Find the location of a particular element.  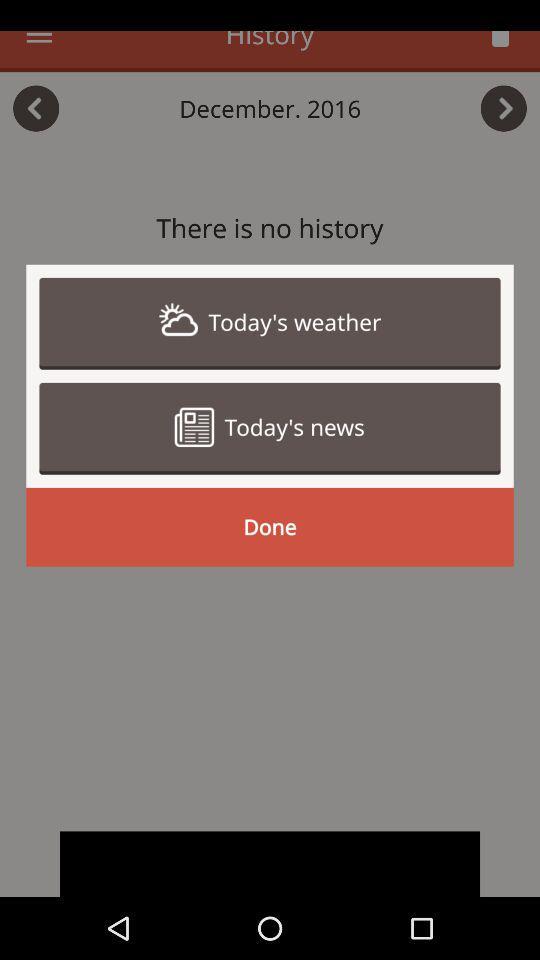

the done button is located at coordinates (270, 526).